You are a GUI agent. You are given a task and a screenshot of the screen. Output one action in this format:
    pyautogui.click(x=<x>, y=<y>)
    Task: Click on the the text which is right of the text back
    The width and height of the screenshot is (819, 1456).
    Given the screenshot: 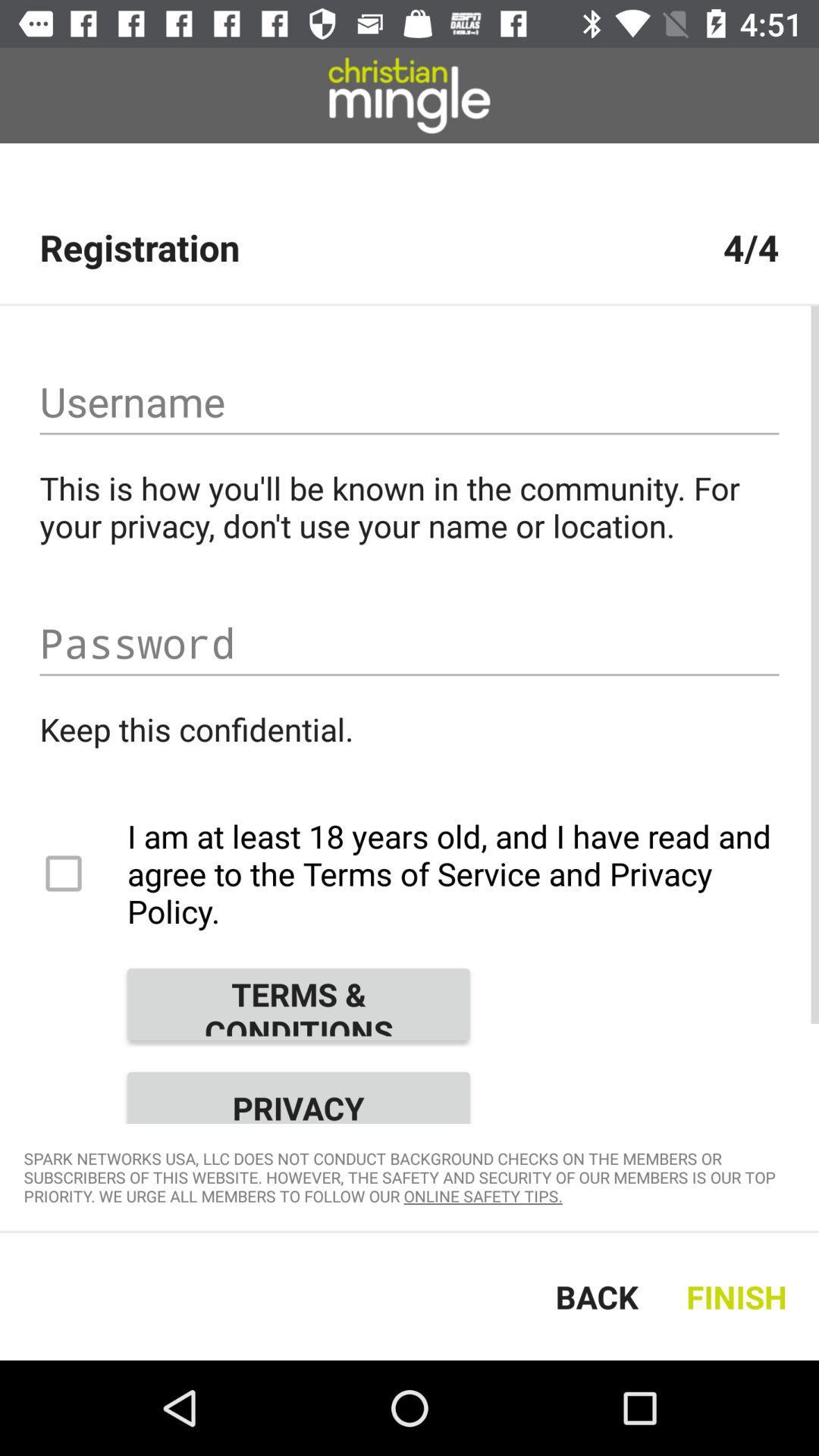 What is the action you would take?
    pyautogui.click(x=739, y=1295)
    